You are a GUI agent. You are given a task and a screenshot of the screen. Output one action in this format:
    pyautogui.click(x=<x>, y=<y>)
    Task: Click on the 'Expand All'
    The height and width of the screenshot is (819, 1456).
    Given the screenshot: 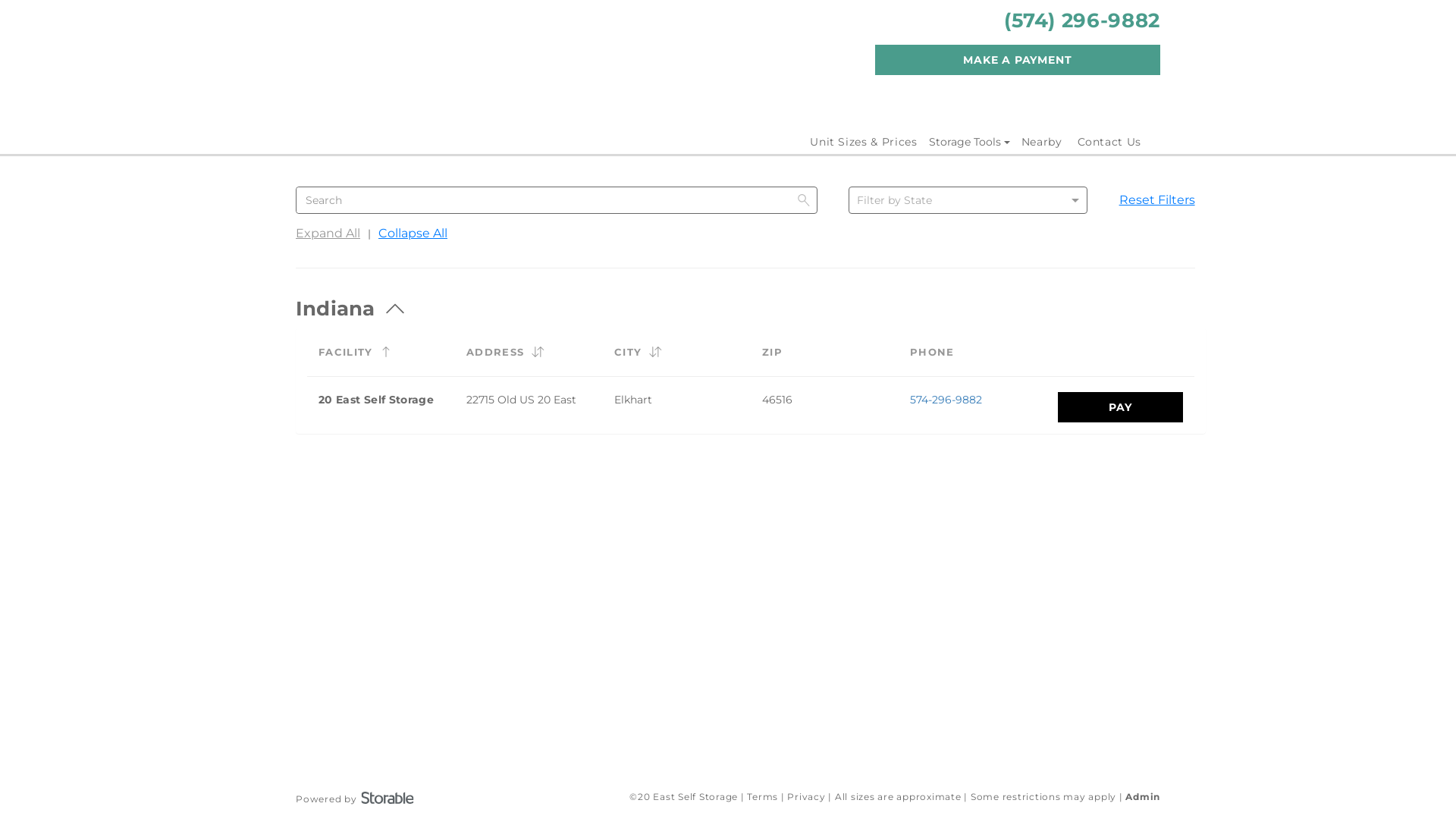 What is the action you would take?
    pyautogui.click(x=327, y=239)
    